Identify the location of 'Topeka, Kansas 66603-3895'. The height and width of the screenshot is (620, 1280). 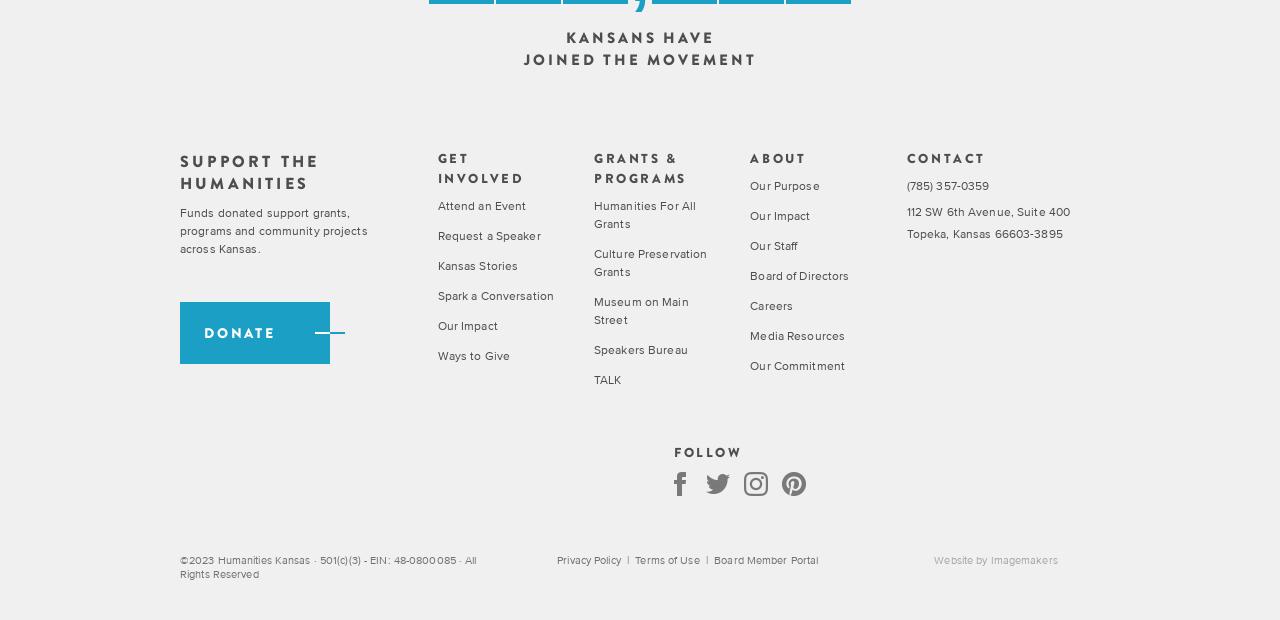
(984, 232).